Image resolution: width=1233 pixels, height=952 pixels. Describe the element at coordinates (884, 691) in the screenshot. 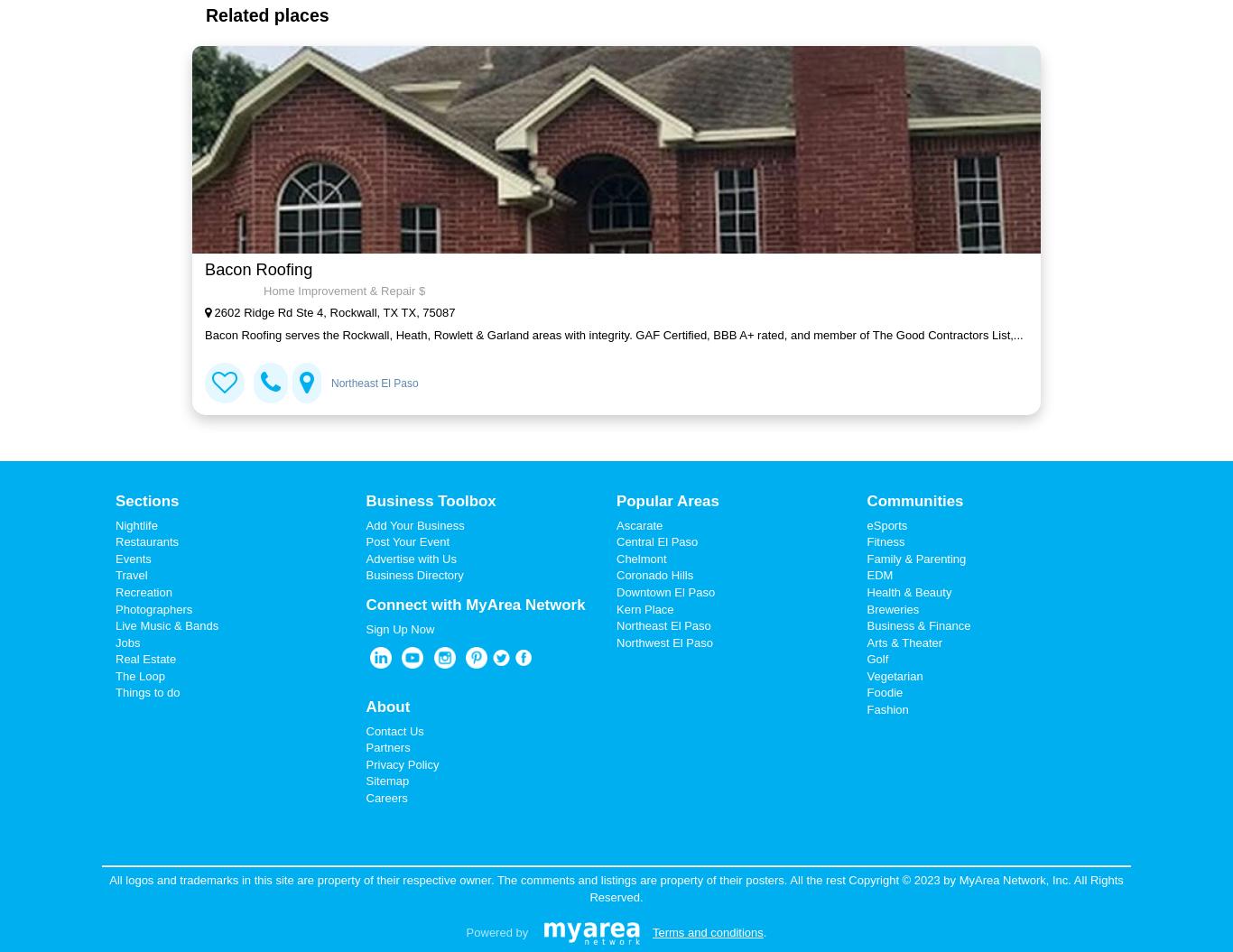

I see `'Foodie'` at that location.